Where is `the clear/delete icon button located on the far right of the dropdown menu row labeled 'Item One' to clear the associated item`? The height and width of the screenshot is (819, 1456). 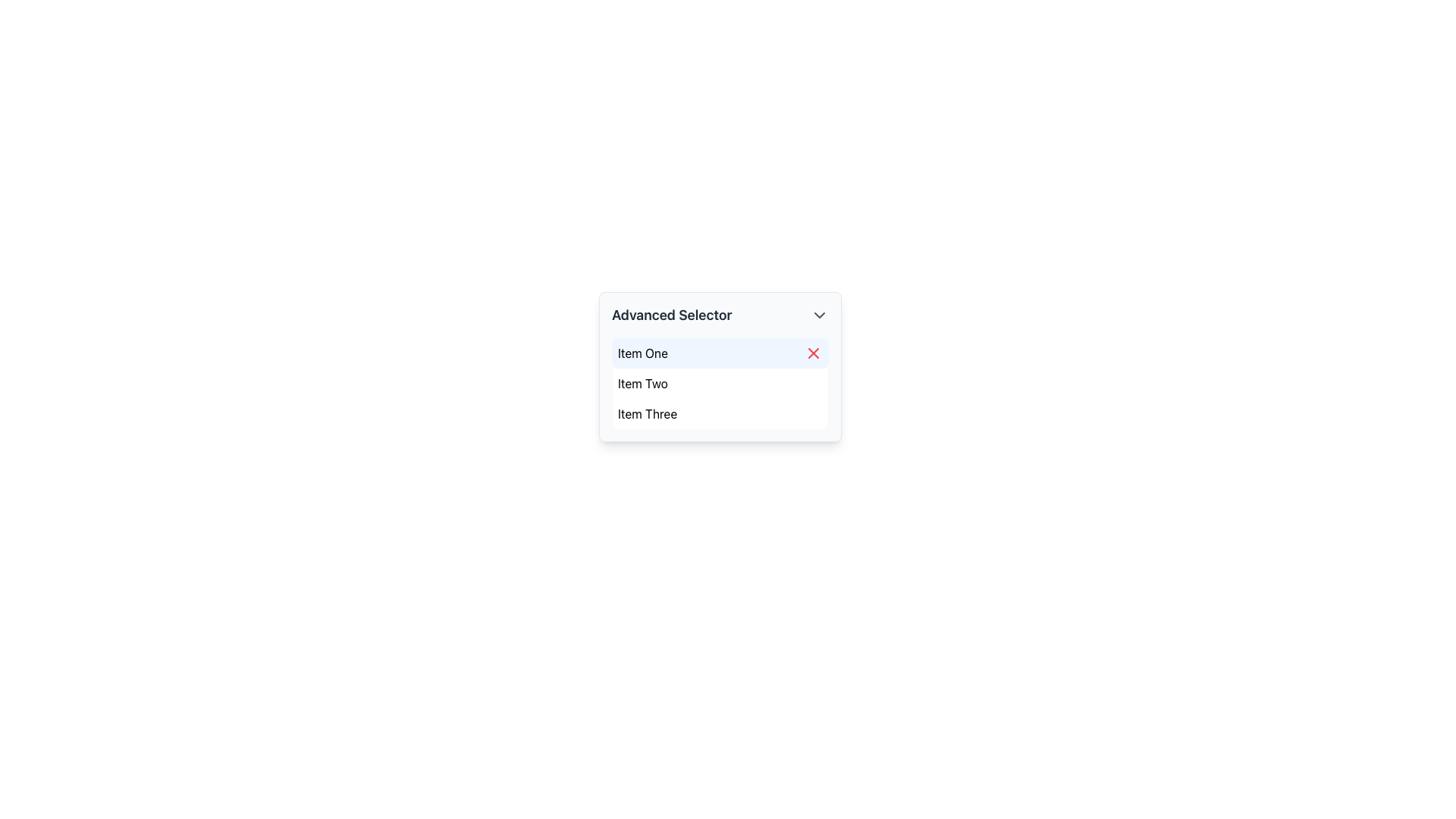
the clear/delete icon button located on the far right of the dropdown menu row labeled 'Item One' to clear the associated item is located at coordinates (813, 353).